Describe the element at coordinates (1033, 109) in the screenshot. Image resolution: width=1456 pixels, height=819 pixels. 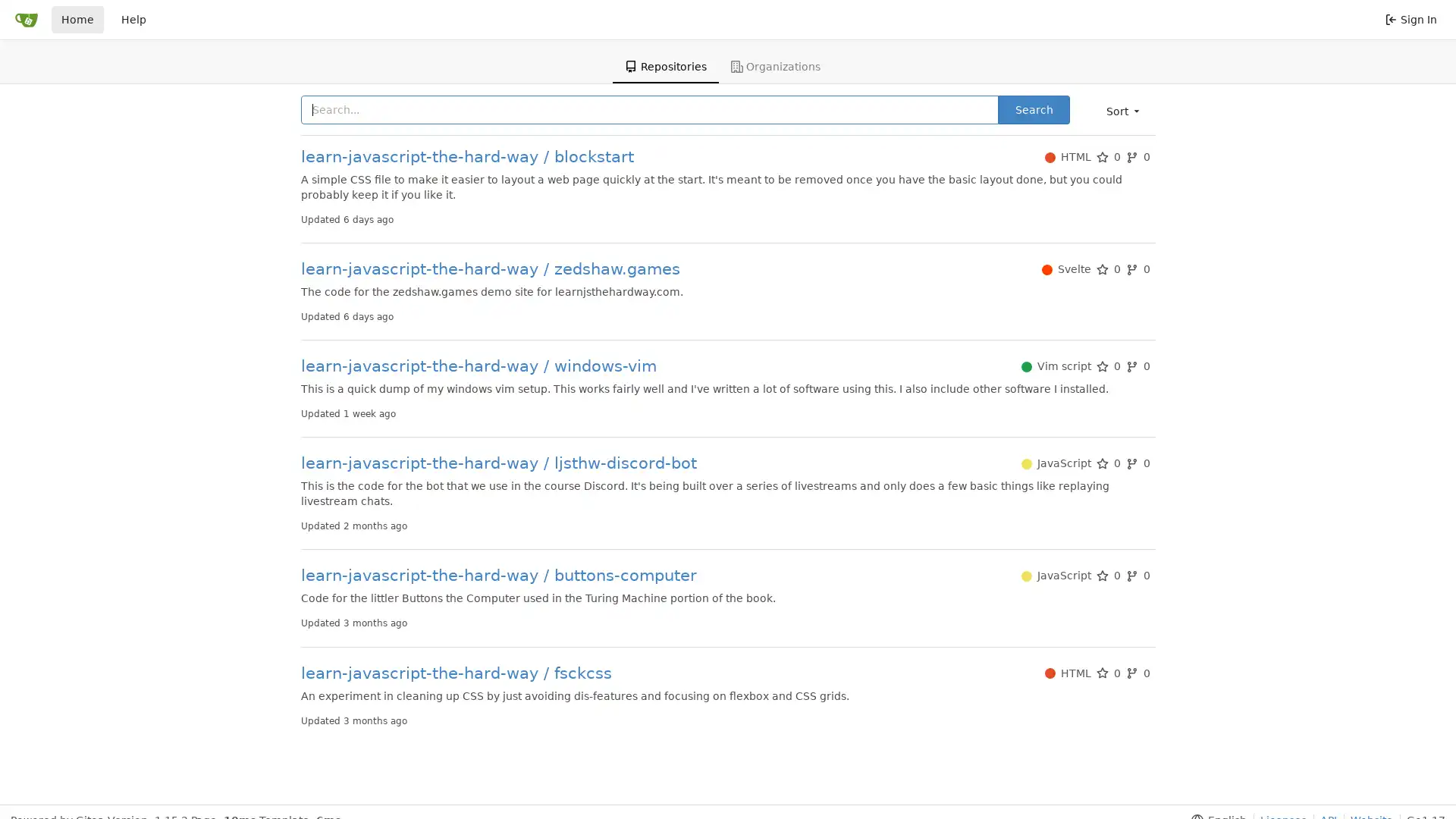
I see `Search` at that location.